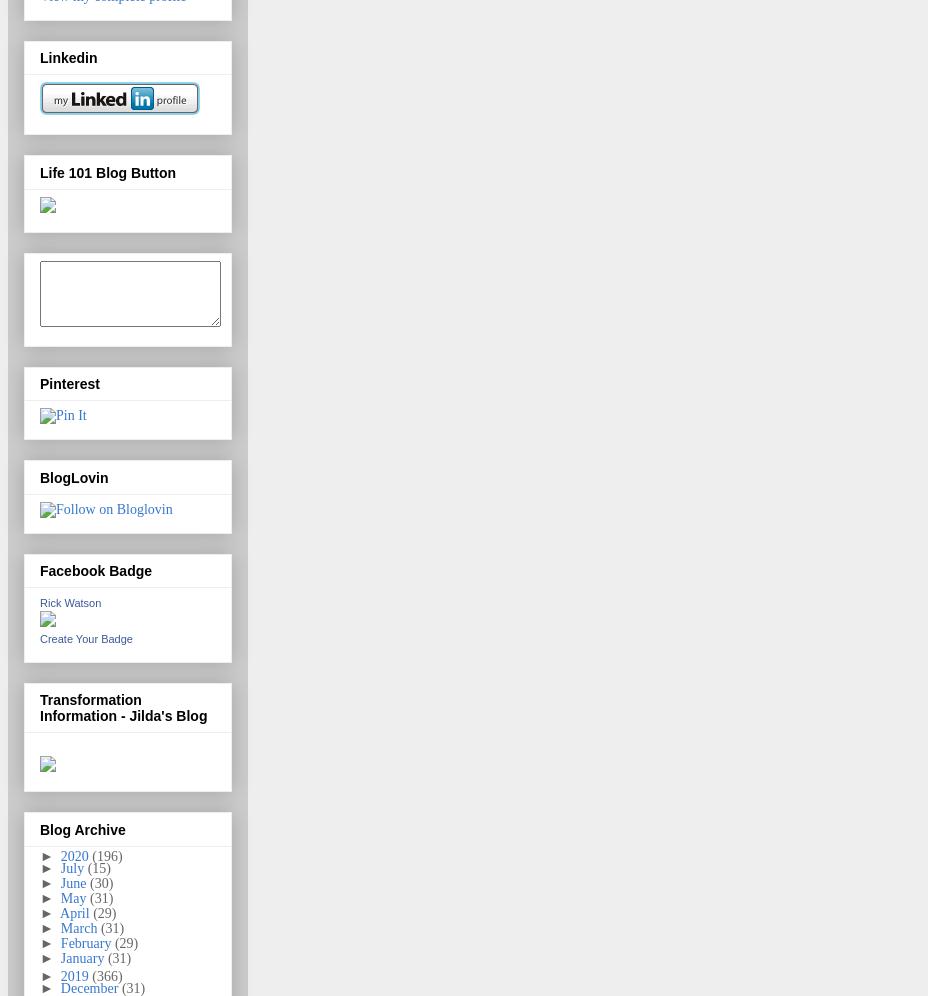 This screenshot has height=996, width=928. What do you see at coordinates (107, 172) in the screenshot?
I see `'Life 101 Blog Button'` at bounding box center [107, 172].